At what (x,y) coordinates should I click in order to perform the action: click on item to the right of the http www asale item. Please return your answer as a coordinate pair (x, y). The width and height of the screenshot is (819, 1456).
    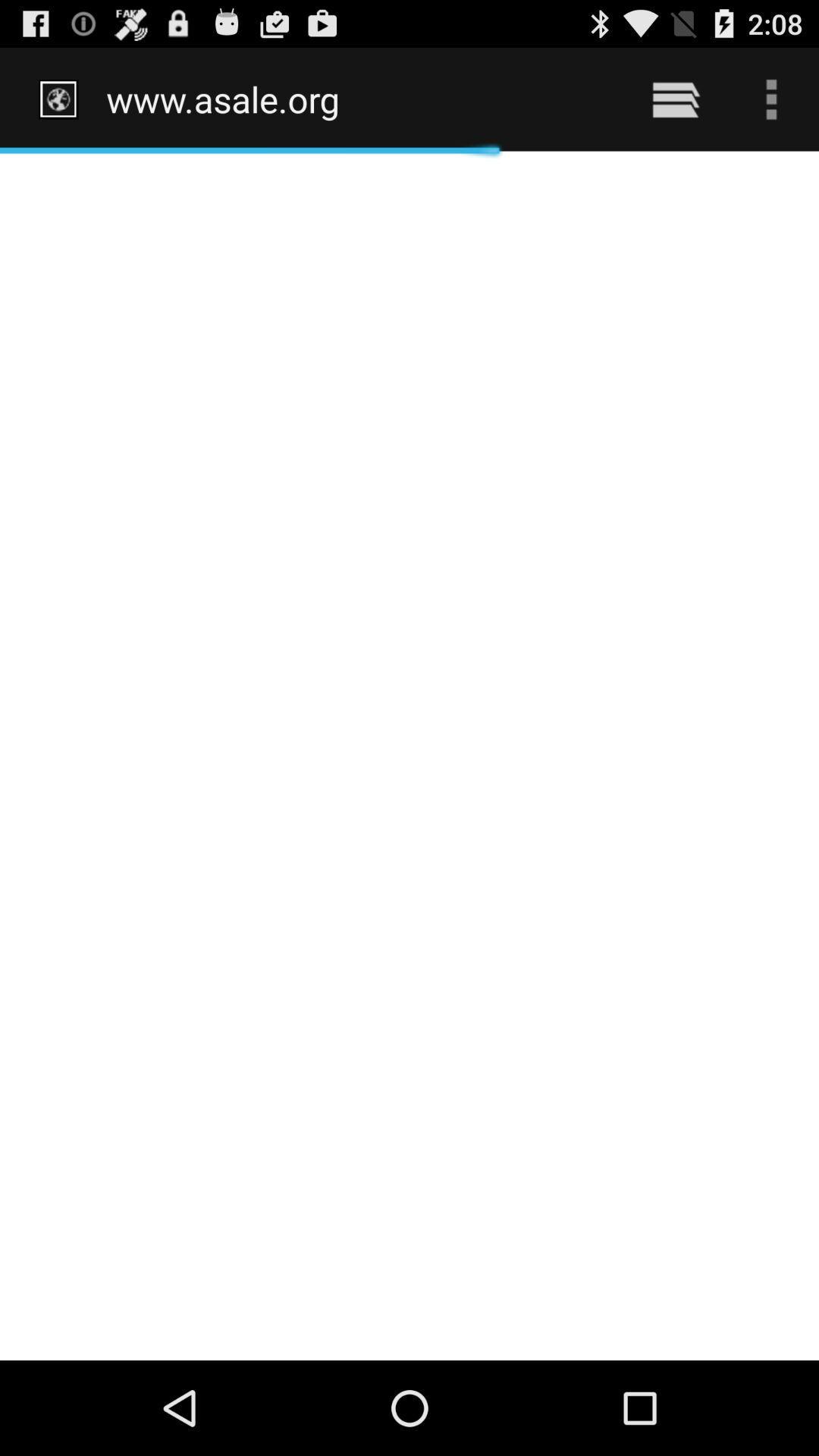
    Looking at the image, I should click on (675, 99).